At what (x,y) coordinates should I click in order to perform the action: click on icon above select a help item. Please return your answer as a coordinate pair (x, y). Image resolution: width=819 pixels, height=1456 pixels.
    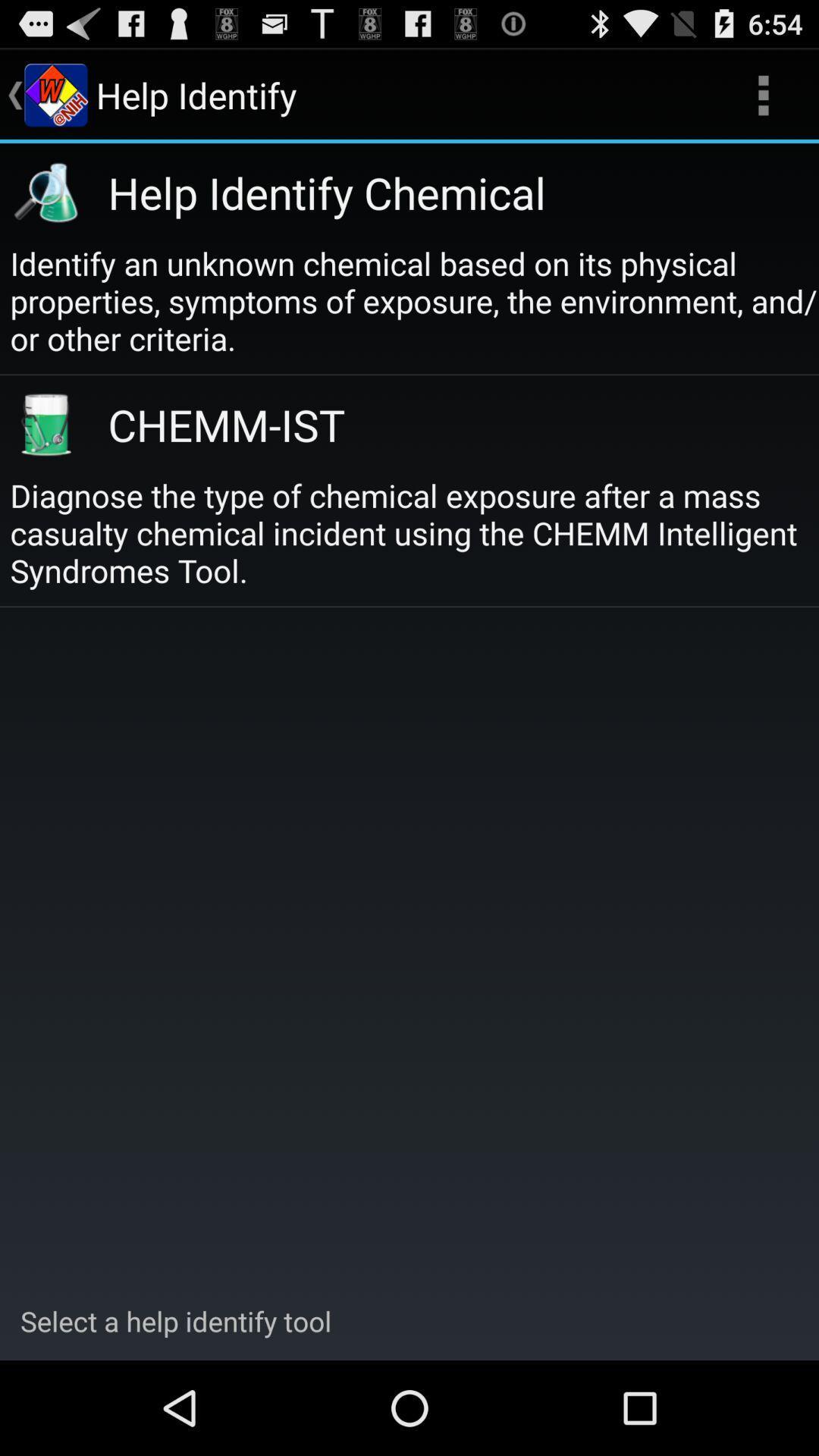
    Looking at the image, I should click on (414, 532).